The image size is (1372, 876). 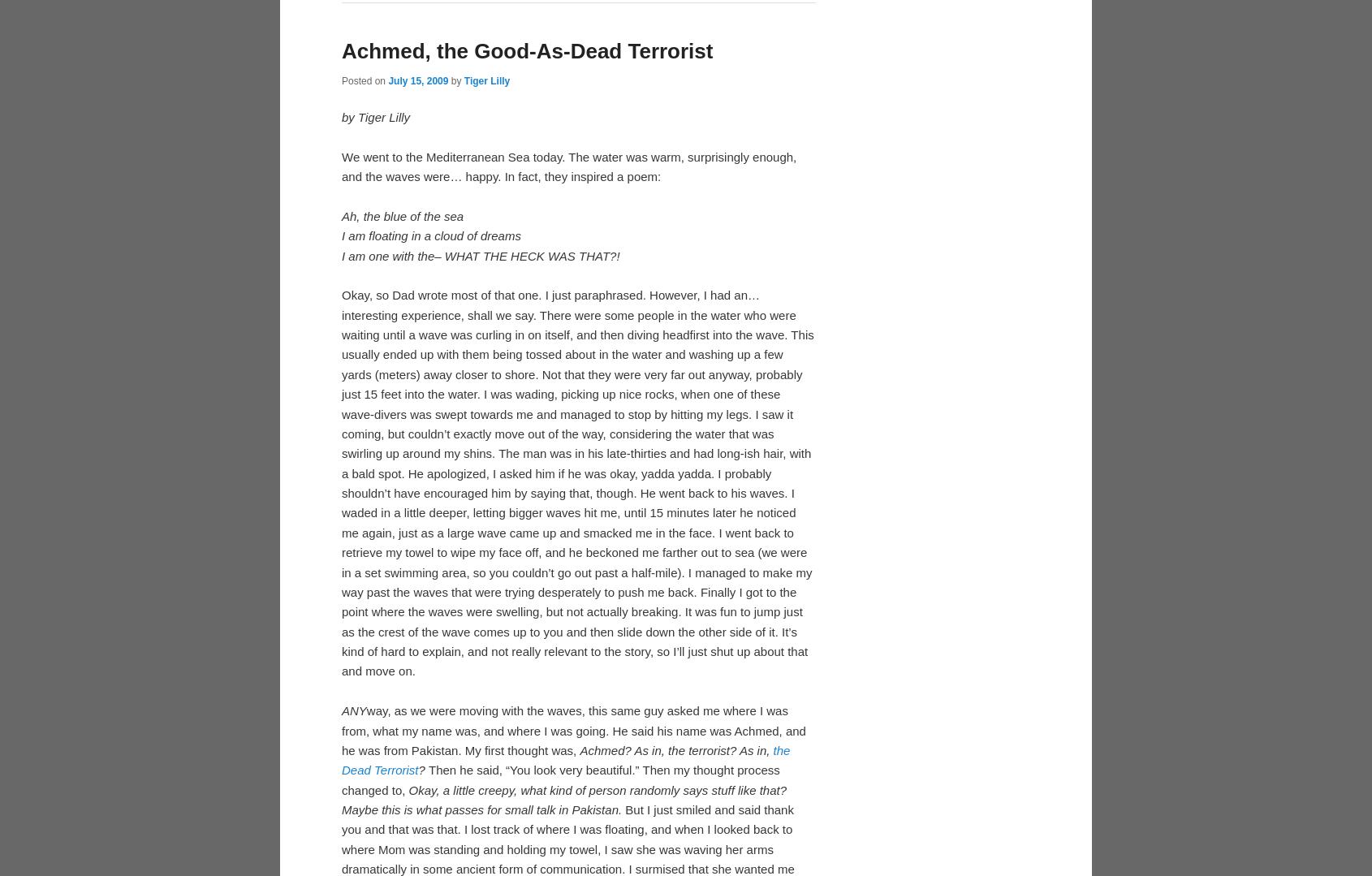 I want to click on '4', so click(x=598, y=239).